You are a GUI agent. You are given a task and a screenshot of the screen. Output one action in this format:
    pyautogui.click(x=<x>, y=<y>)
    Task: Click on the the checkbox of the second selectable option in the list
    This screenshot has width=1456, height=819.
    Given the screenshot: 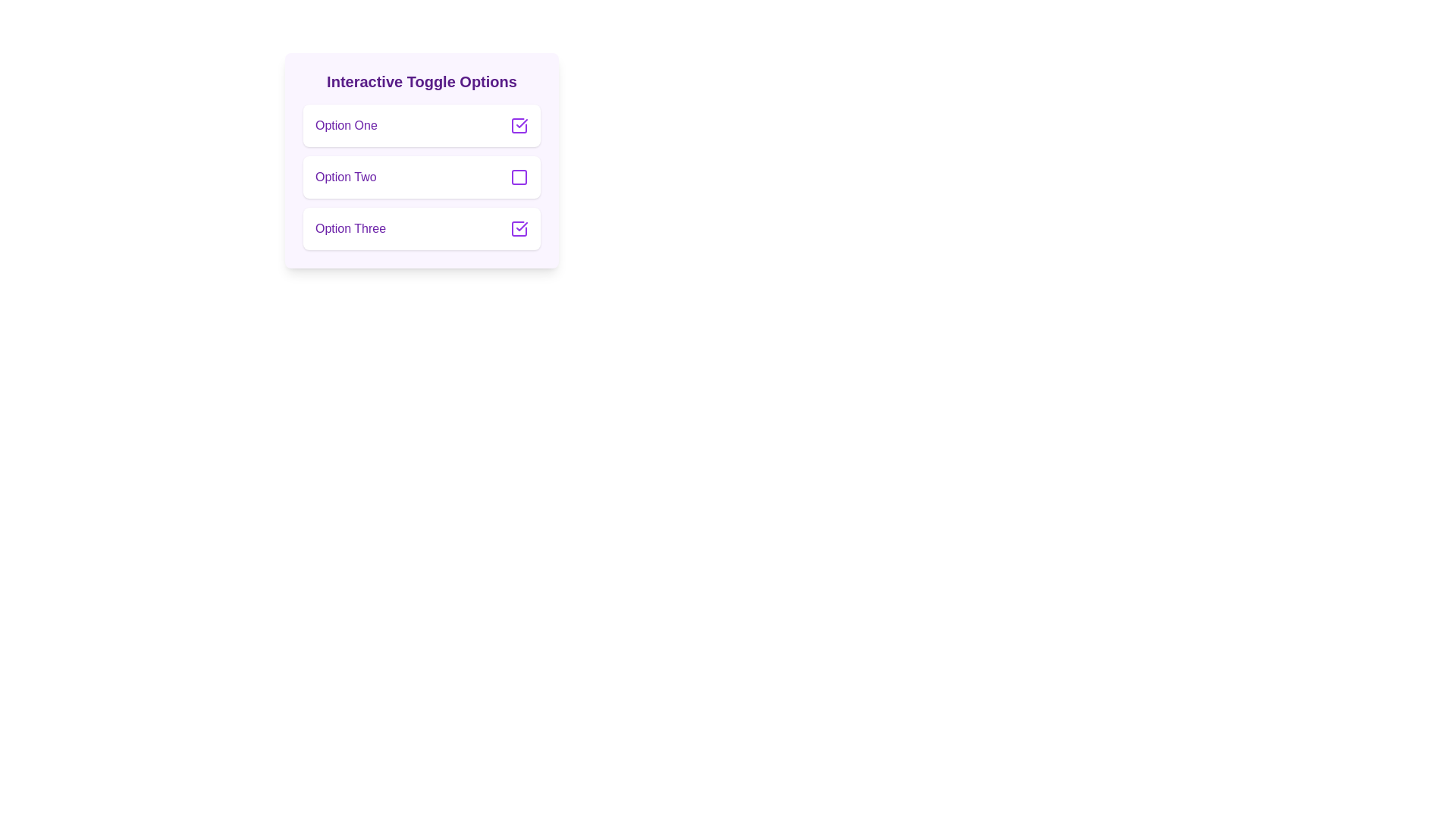 What is the action you would take?
    pyautogui.click(x=422, y=177)
    